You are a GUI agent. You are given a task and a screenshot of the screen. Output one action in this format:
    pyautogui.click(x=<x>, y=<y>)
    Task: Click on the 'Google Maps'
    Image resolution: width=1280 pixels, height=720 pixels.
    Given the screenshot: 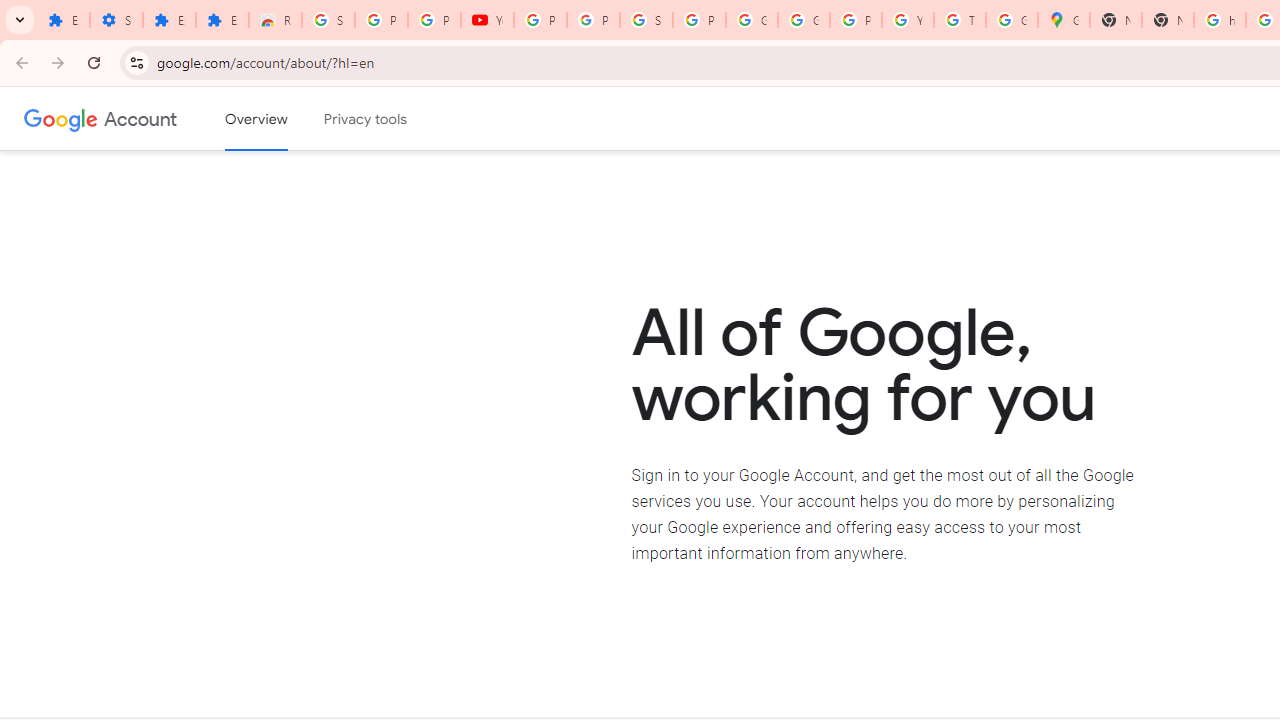 What is the action you would take?
    pyautogui.click(x=1063, y=20)
    